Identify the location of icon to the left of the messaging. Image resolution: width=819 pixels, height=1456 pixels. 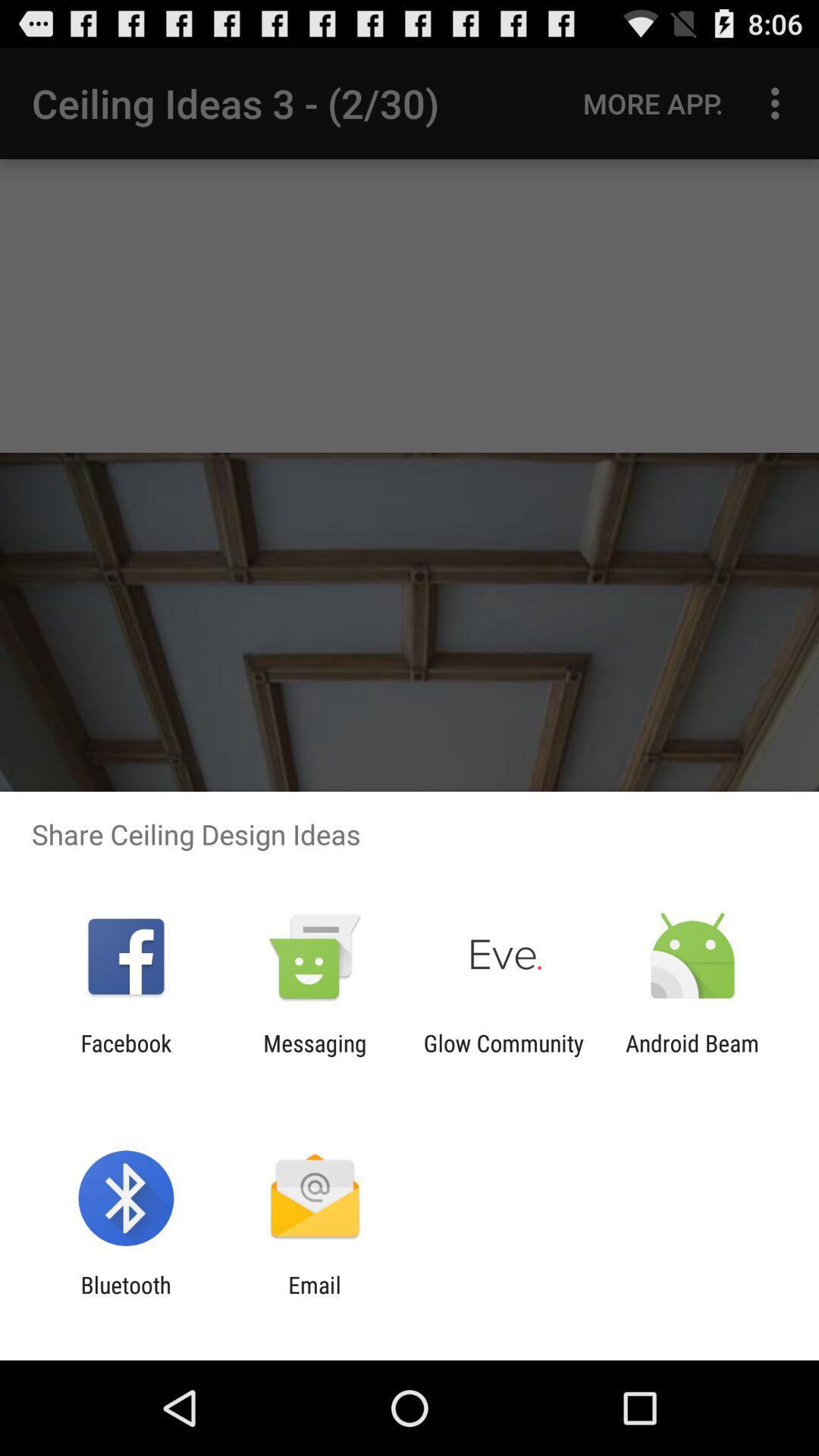
(125, 1056).